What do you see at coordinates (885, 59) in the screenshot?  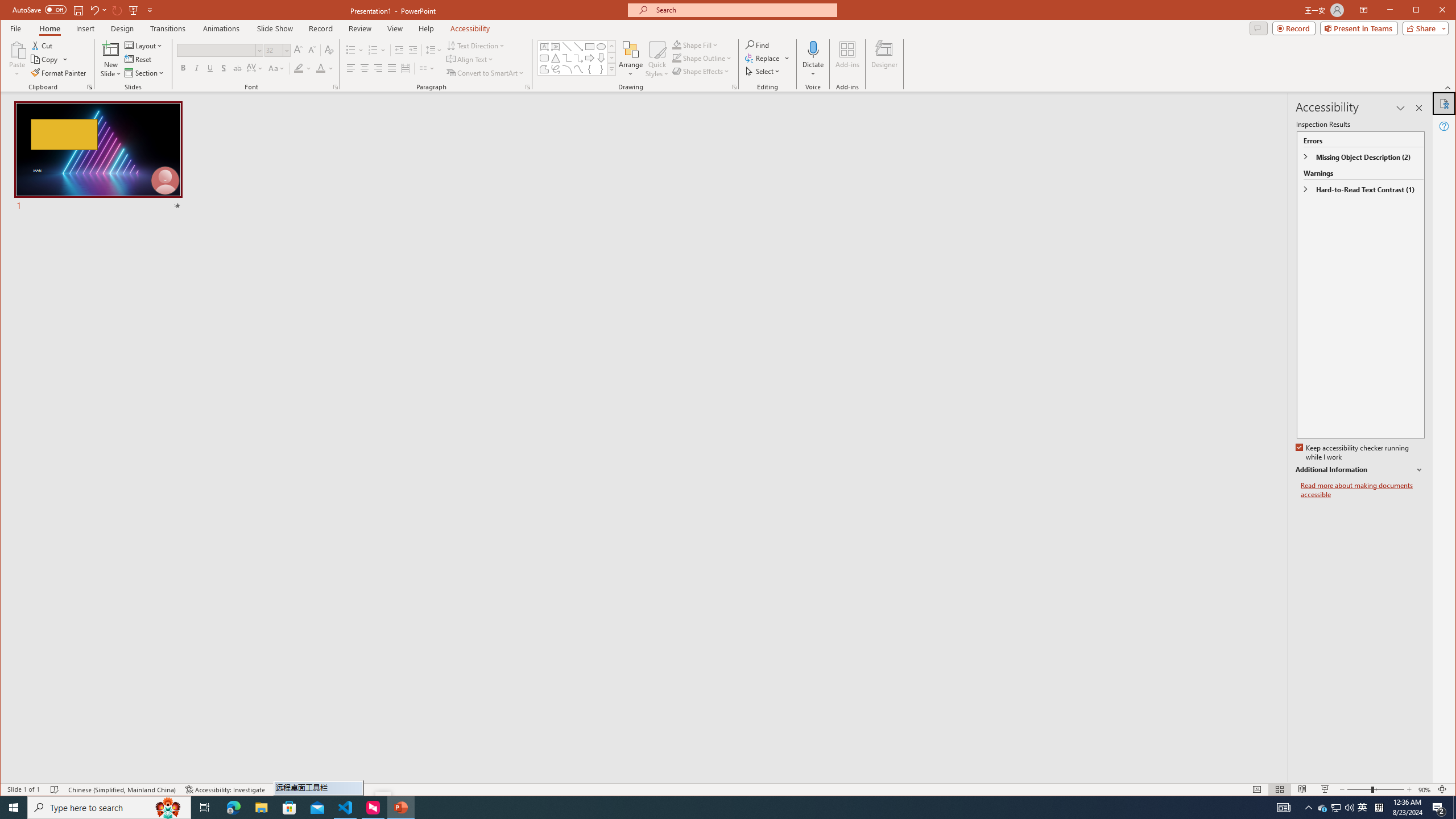 I see `'Designer'` at bounding box center [885, 59].